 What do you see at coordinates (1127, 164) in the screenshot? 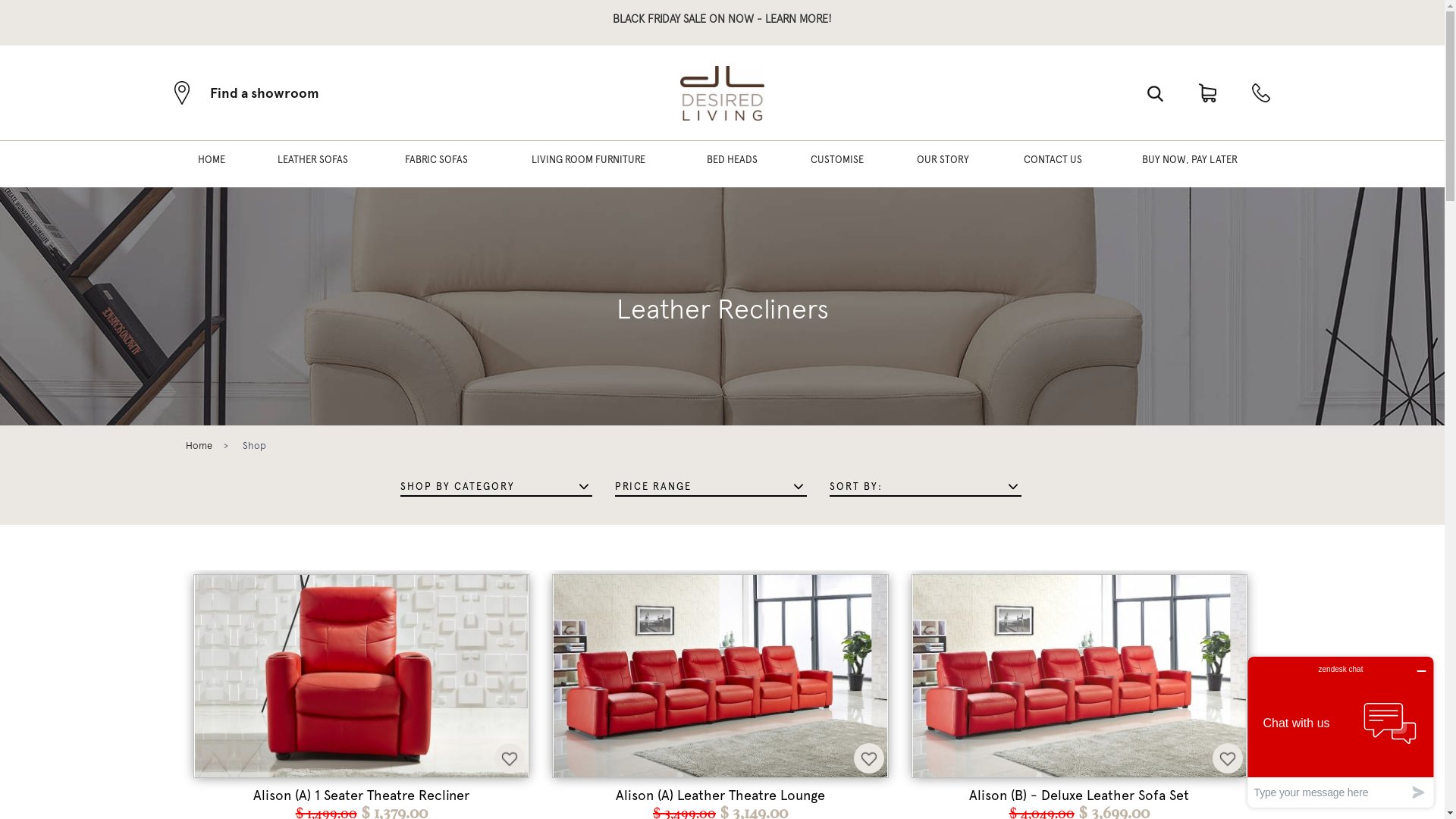
I see `'BUY NOW, PAY LATER'` at bounding box center [1127, 164].